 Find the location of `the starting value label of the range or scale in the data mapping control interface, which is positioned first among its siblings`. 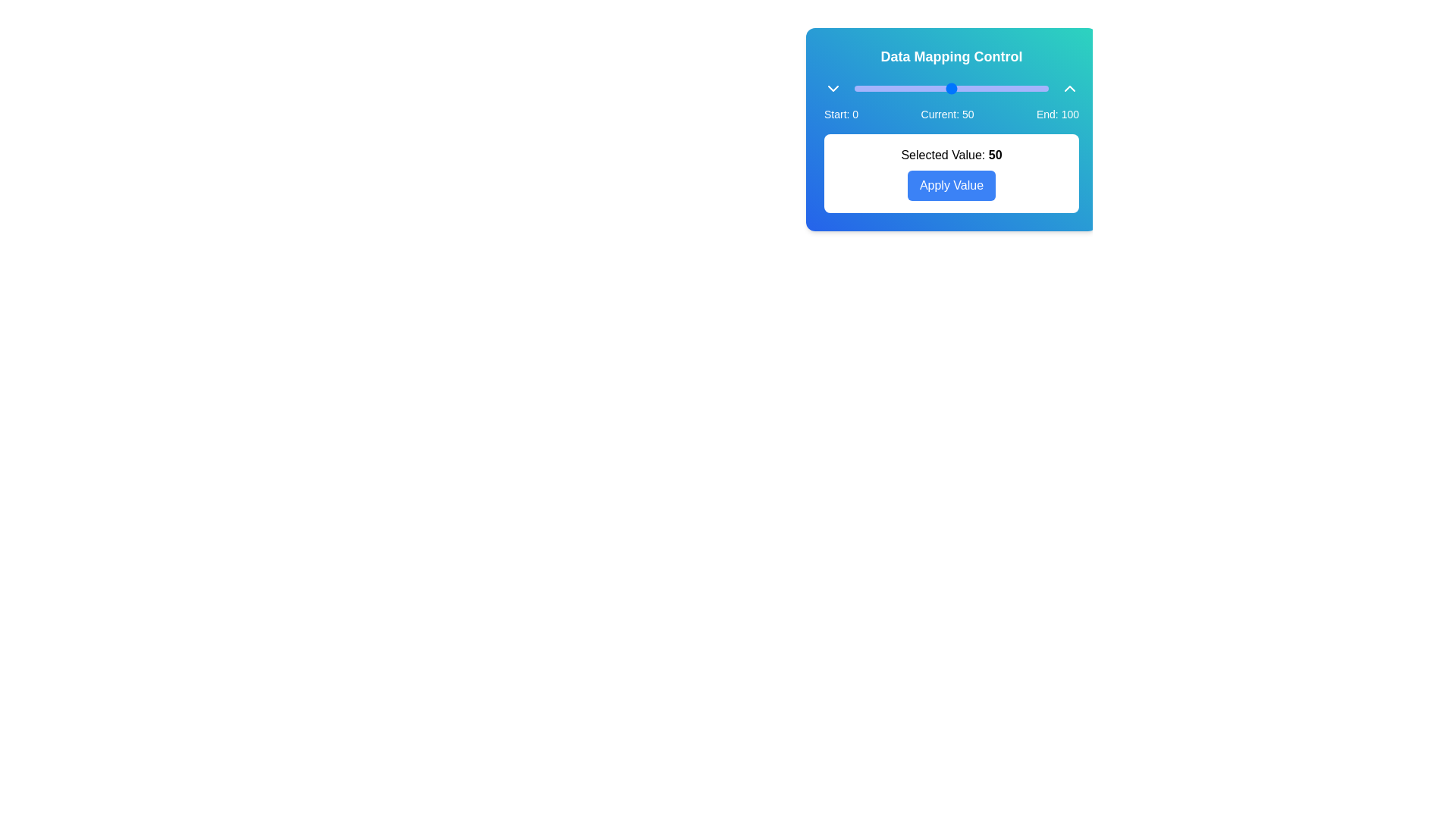

the starting value label of the range or scale in the data mapping control interface, which is positioned first among its siblings is located at coordinates (840, 113).